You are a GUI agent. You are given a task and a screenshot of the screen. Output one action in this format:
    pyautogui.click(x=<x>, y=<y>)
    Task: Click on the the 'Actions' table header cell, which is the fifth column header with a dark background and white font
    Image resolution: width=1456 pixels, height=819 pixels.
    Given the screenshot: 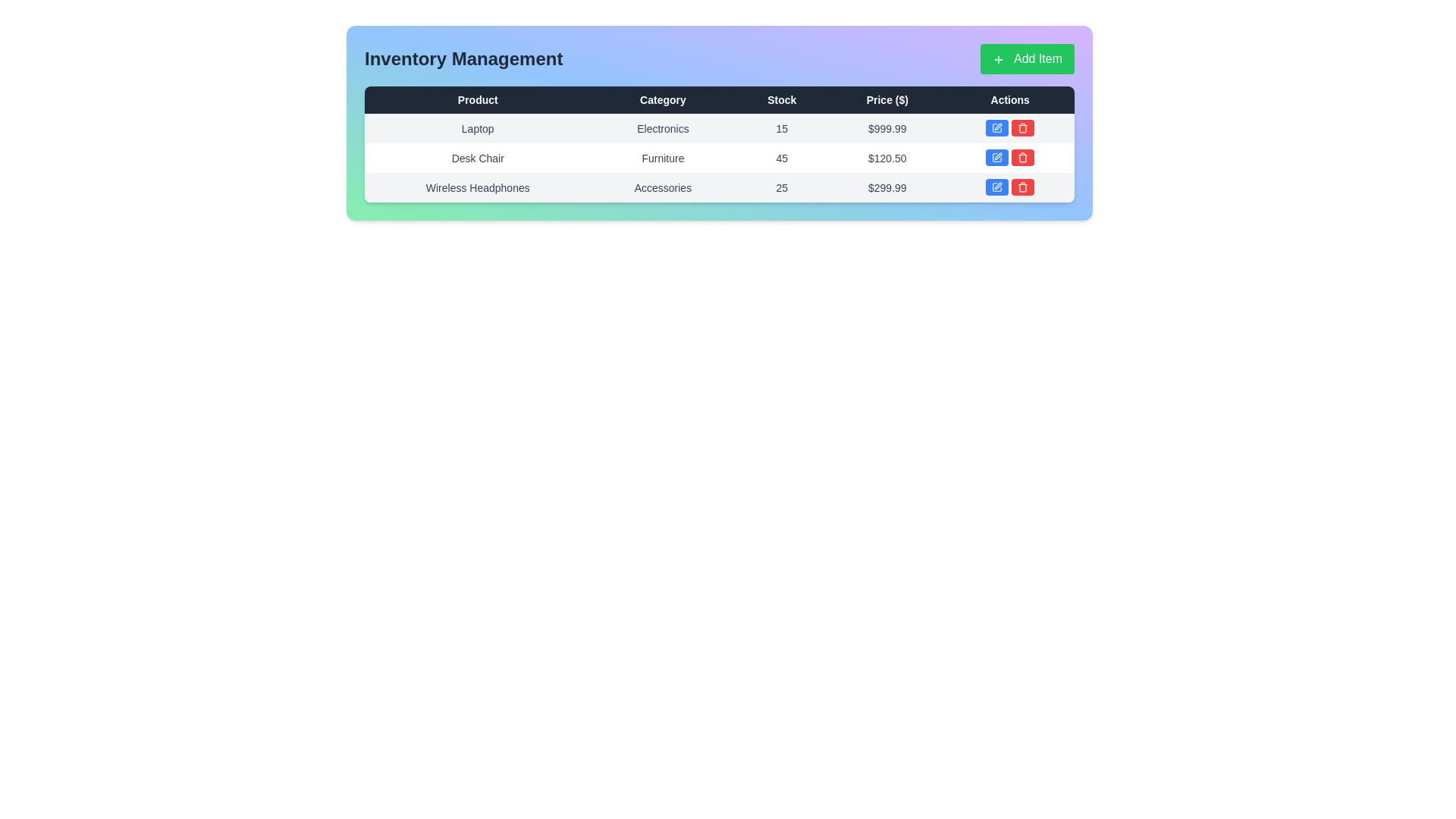 What is the action you would take?
    pyautogui.click(x=1010, y=99)
    